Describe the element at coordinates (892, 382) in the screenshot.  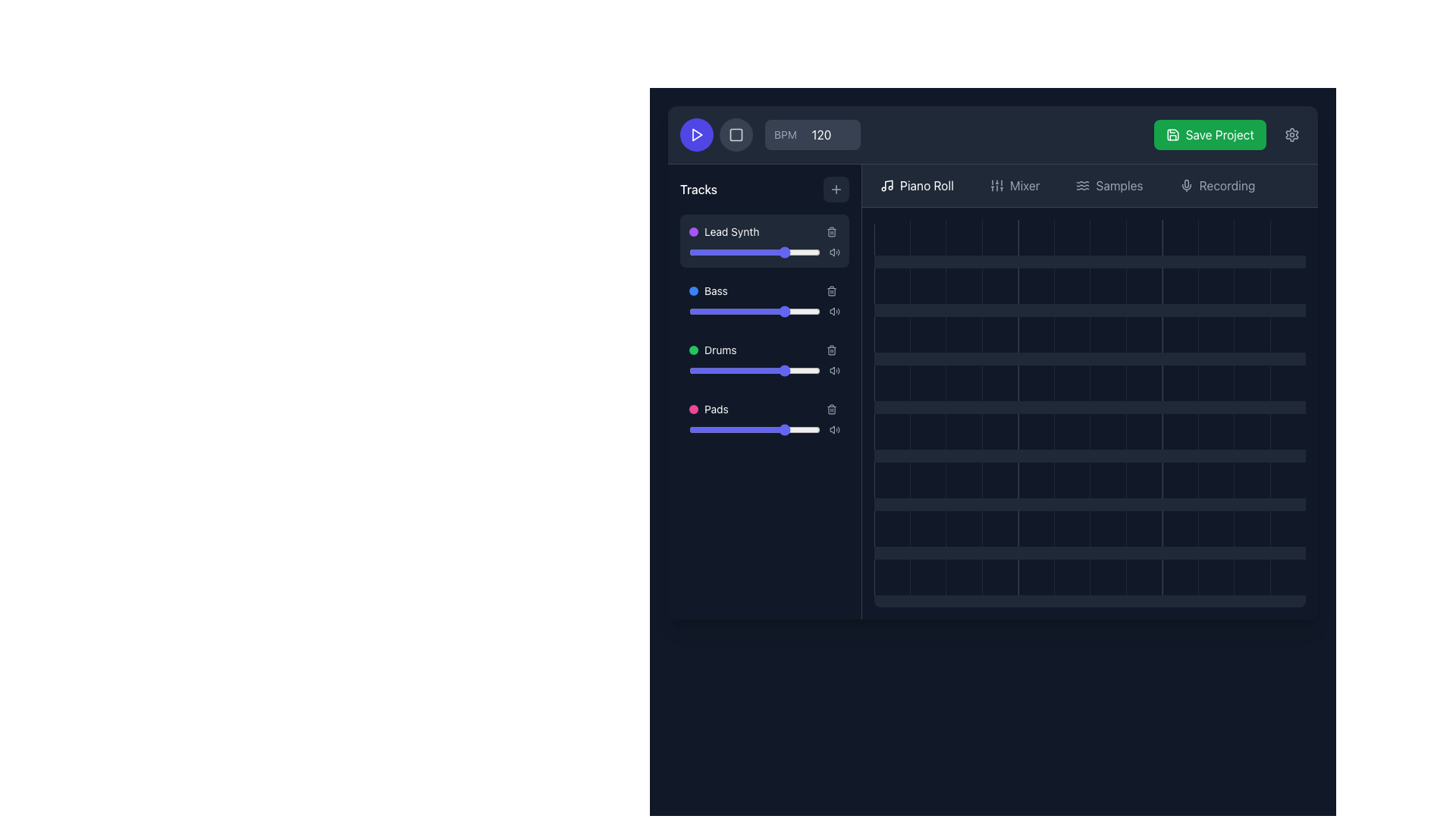
I see `the grid cell located in the fourth row and first column of the grid structure on the central right side of the interface to trigger hover effects` at that location.